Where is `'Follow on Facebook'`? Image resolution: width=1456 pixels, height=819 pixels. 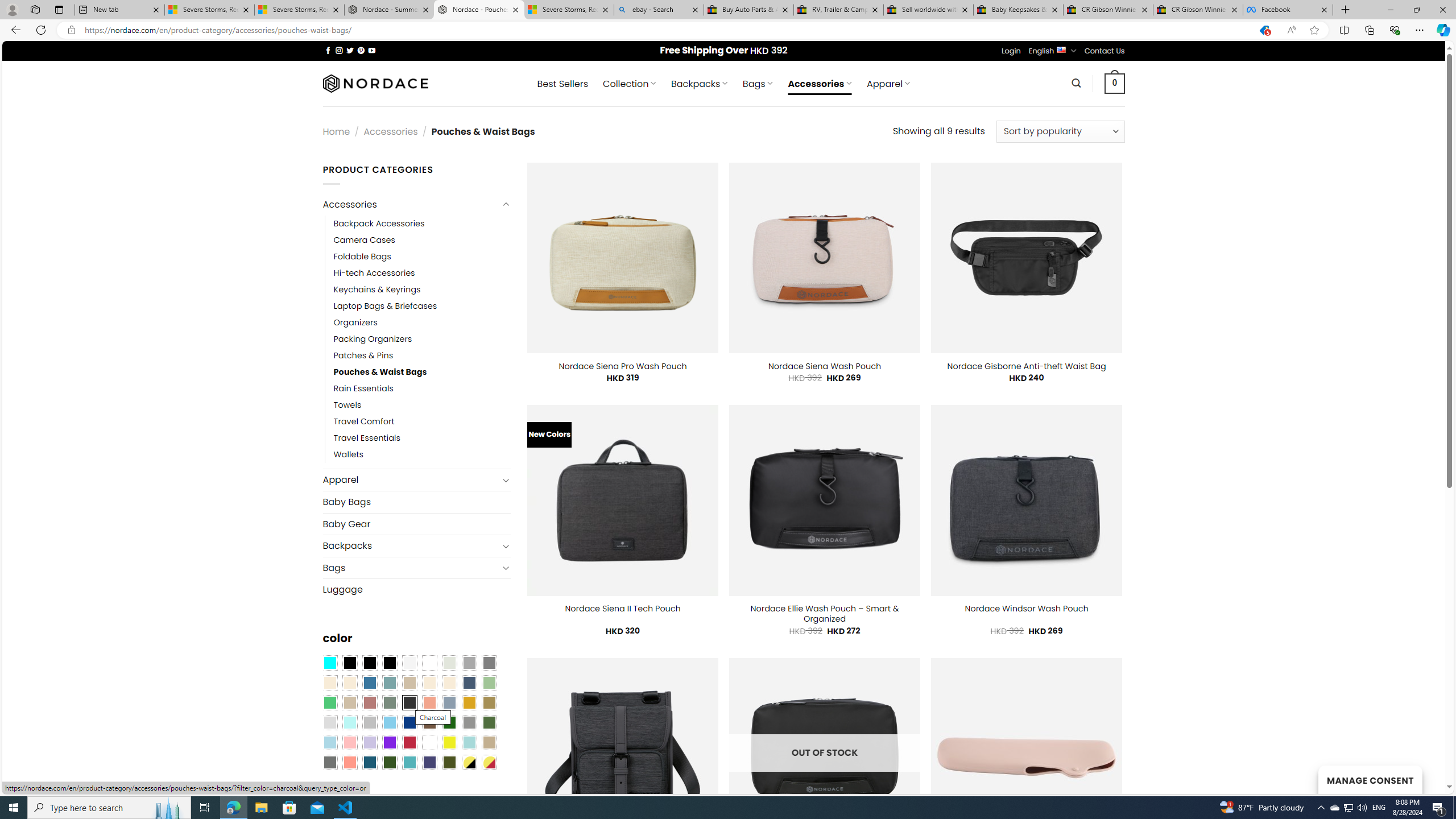 'Follow on Facebook' is located at coordinates (328, 50).